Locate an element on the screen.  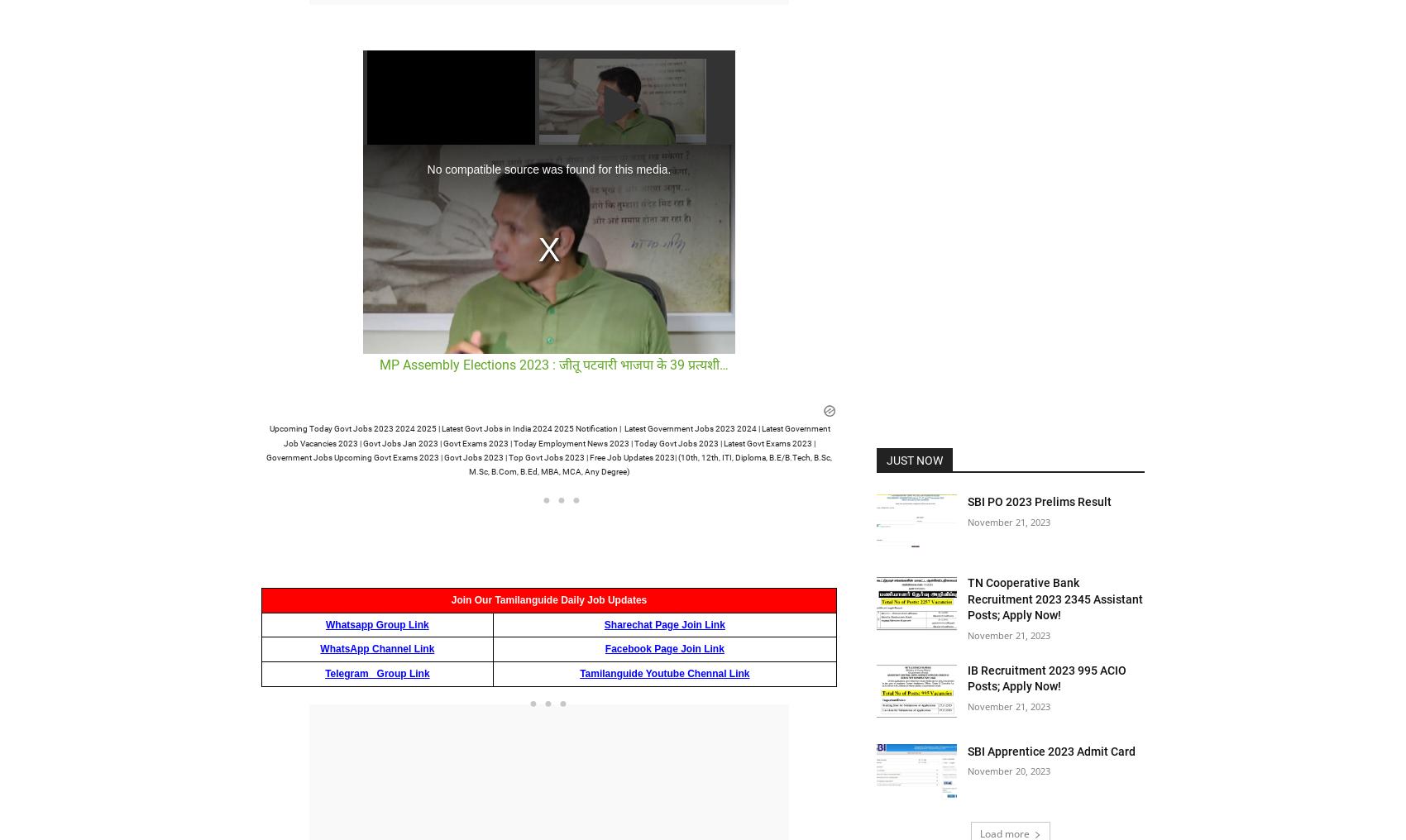
'Just Now' is located at coordinates (915, 459).